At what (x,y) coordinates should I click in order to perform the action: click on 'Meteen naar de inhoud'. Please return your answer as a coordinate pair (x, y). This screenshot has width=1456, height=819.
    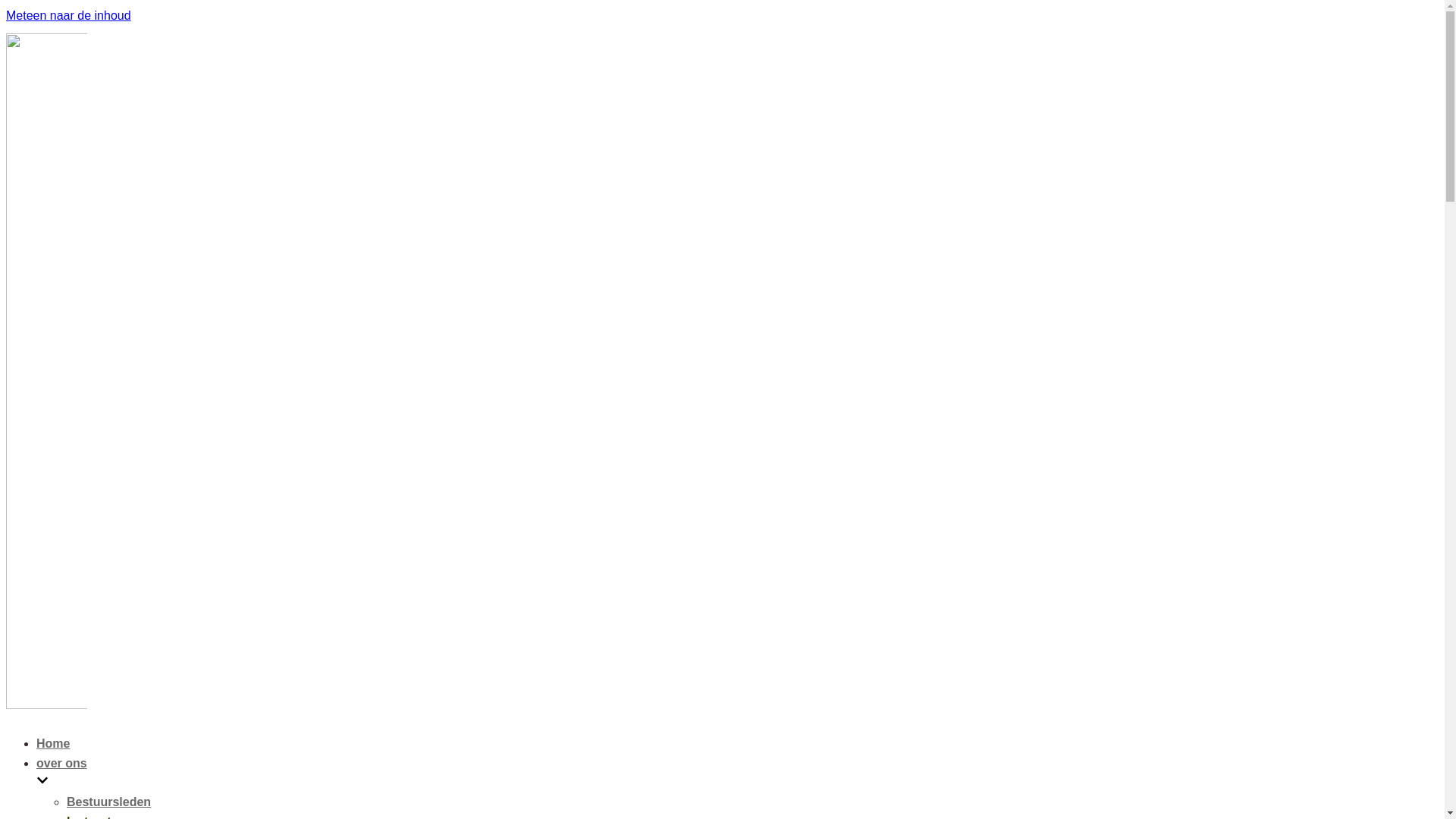
    Looking at the image, I should click on (67, 15).